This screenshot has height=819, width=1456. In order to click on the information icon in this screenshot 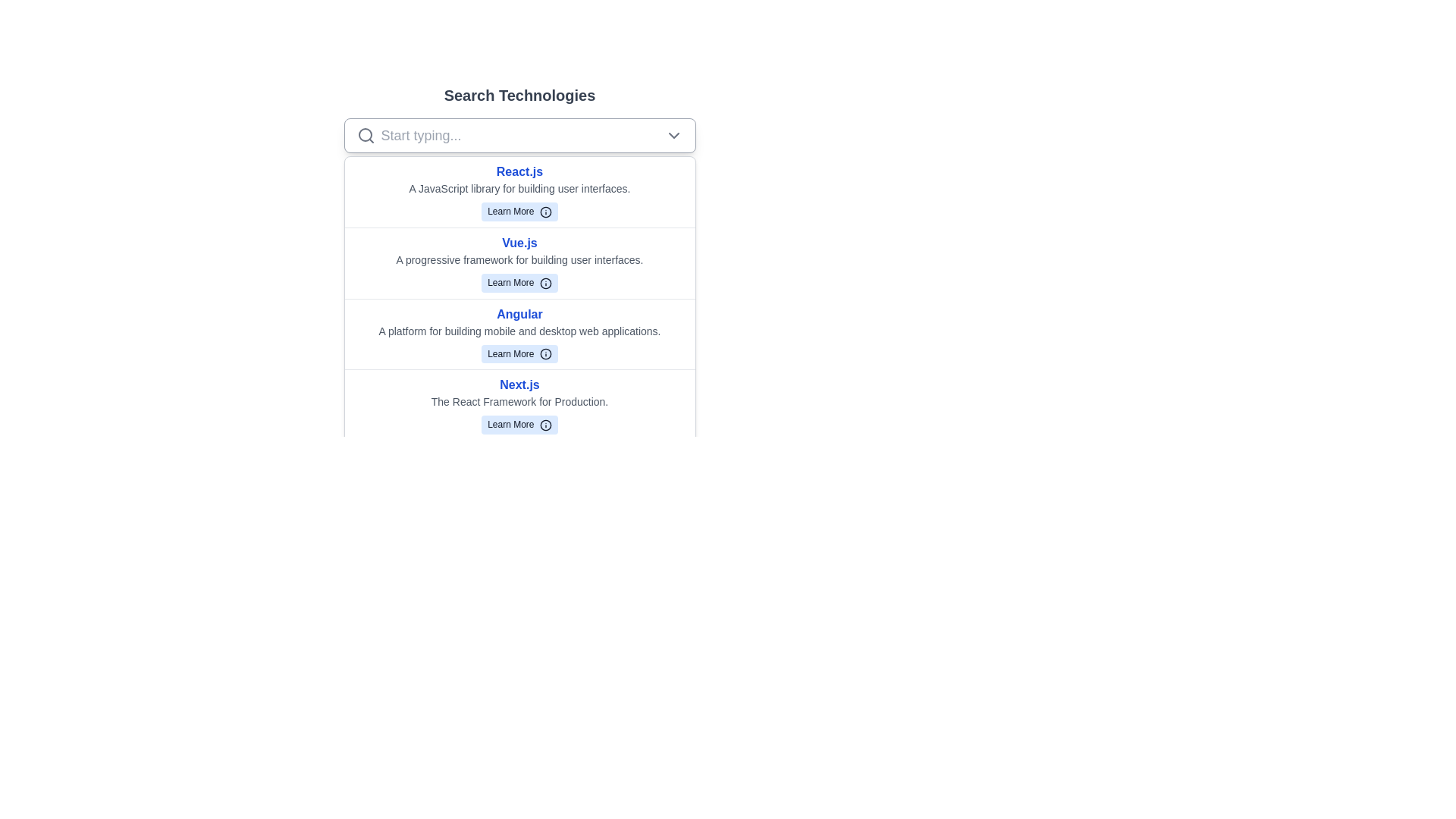, I will do `click(545, 283)`.